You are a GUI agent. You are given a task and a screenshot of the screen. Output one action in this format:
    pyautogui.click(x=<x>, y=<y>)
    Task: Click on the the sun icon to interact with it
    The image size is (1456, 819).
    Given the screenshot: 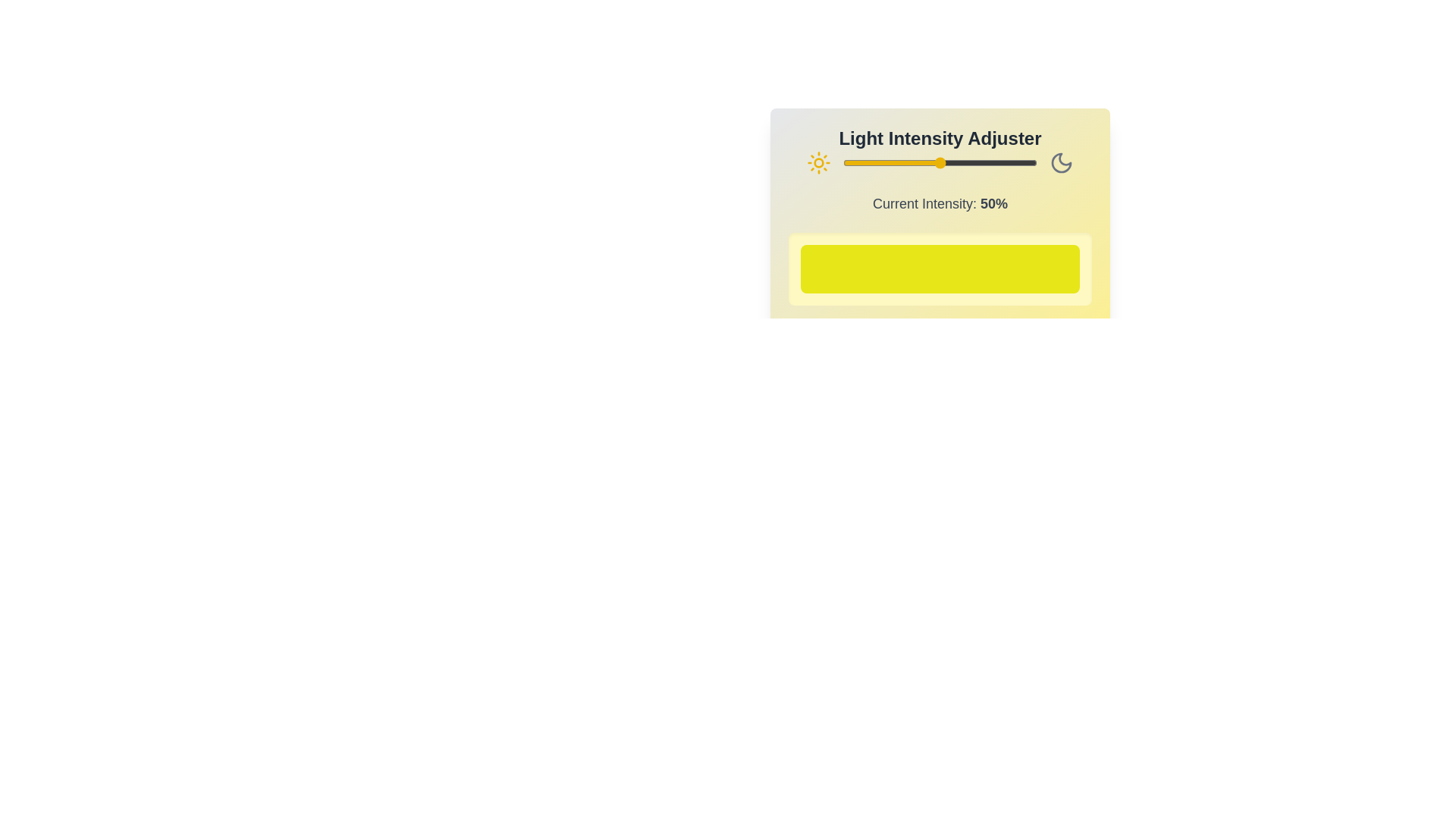 What is the action you would take?
    pyautogui.click(x=818, y=163)
    